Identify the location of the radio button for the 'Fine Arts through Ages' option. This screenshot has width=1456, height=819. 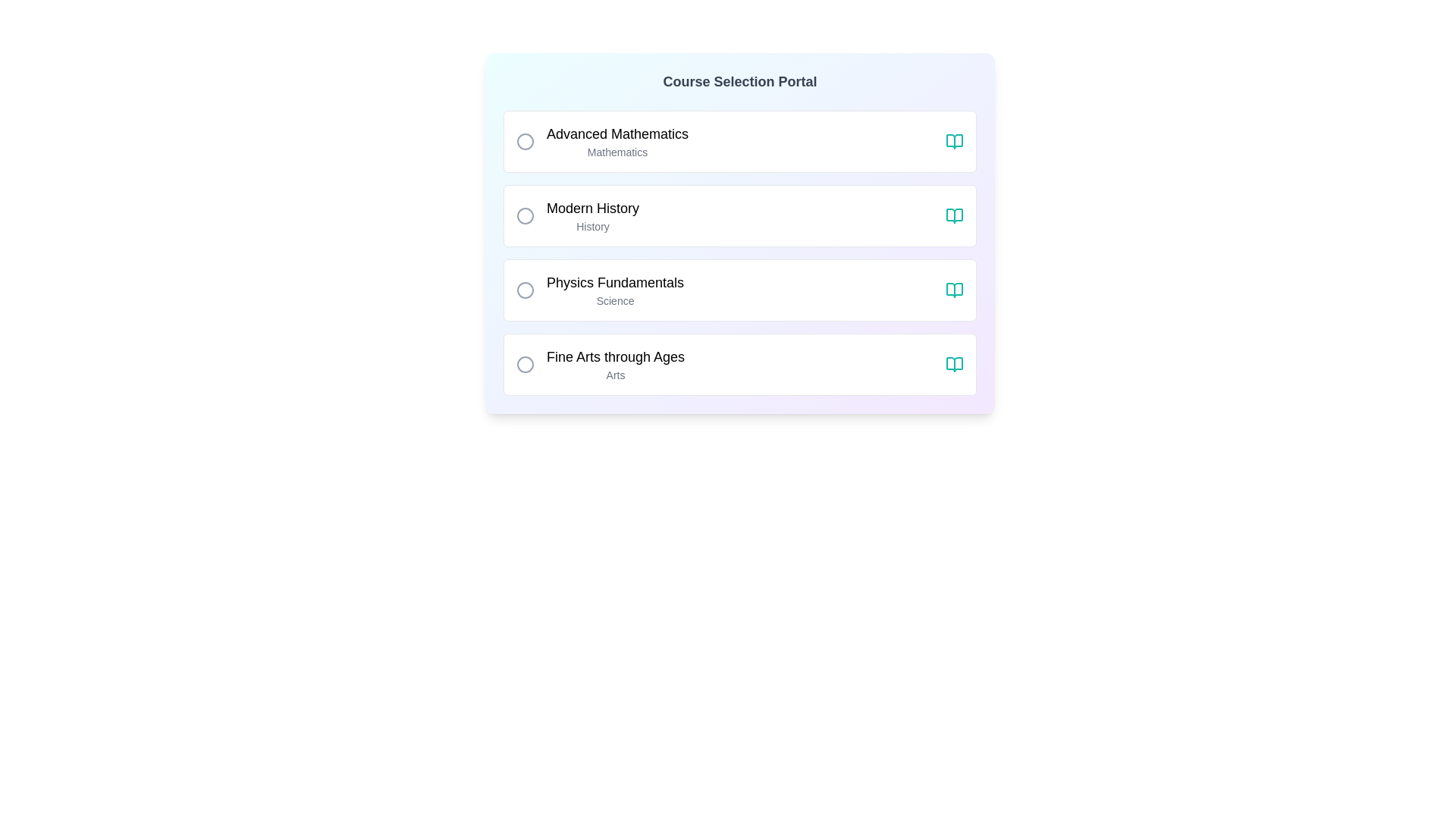
(525, 365).